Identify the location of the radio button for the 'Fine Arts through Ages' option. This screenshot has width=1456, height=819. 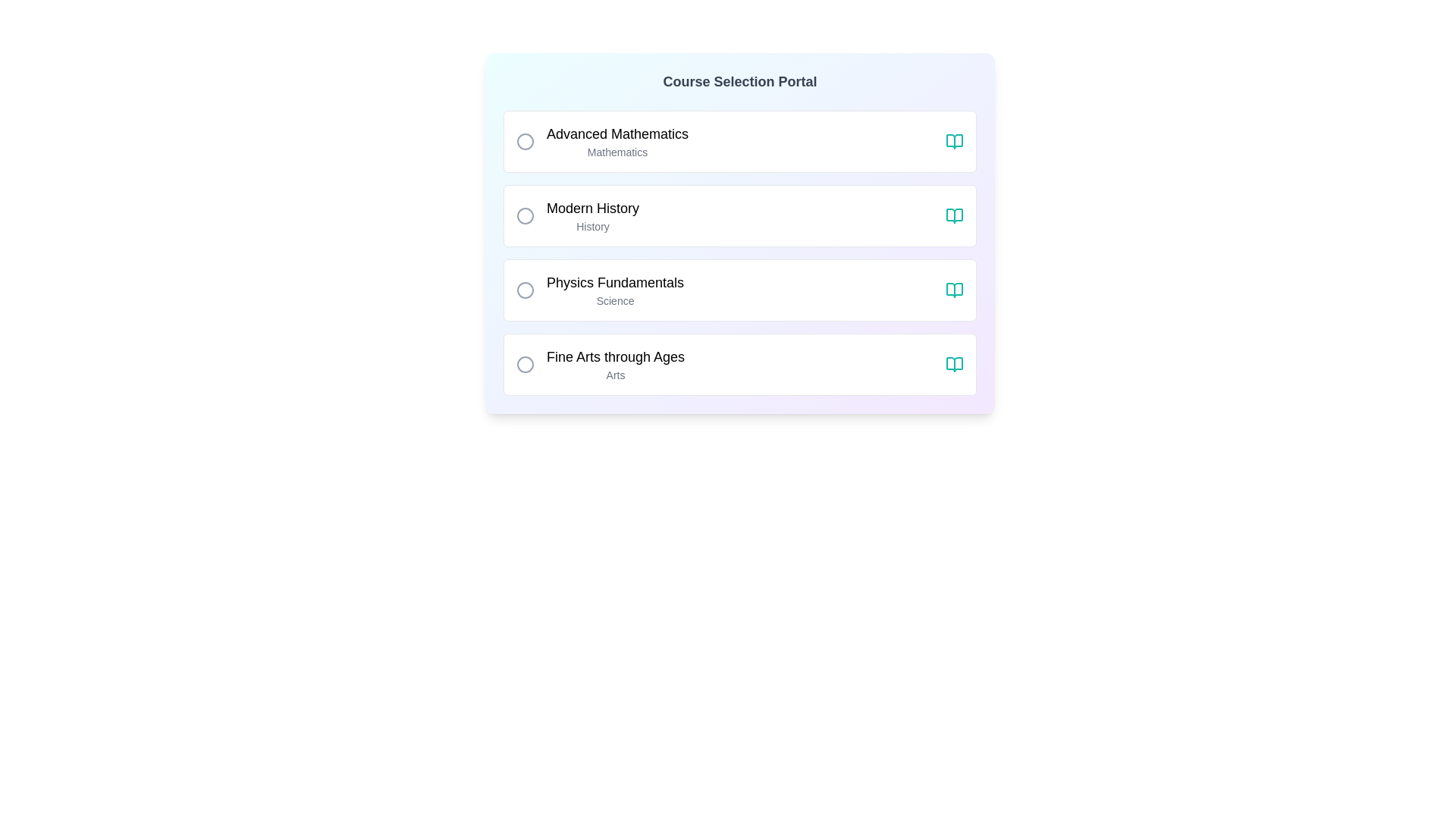
(525, 365).